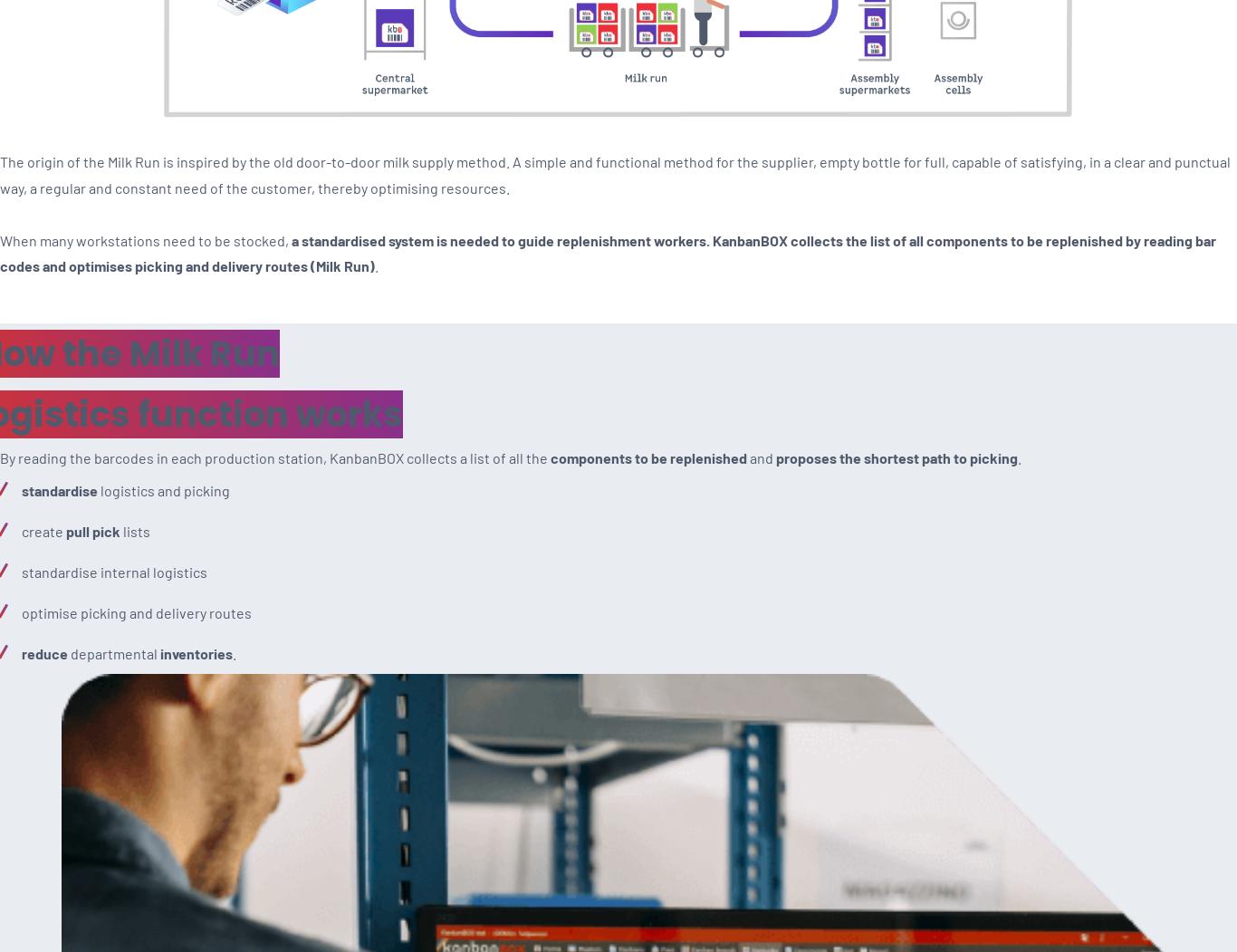 Image resolution: width=1237 pixels, height=952 pixels. Describe the element at coordinates (14, 758) in the screenshot. I see `'Ask for a Demo'` at that location.